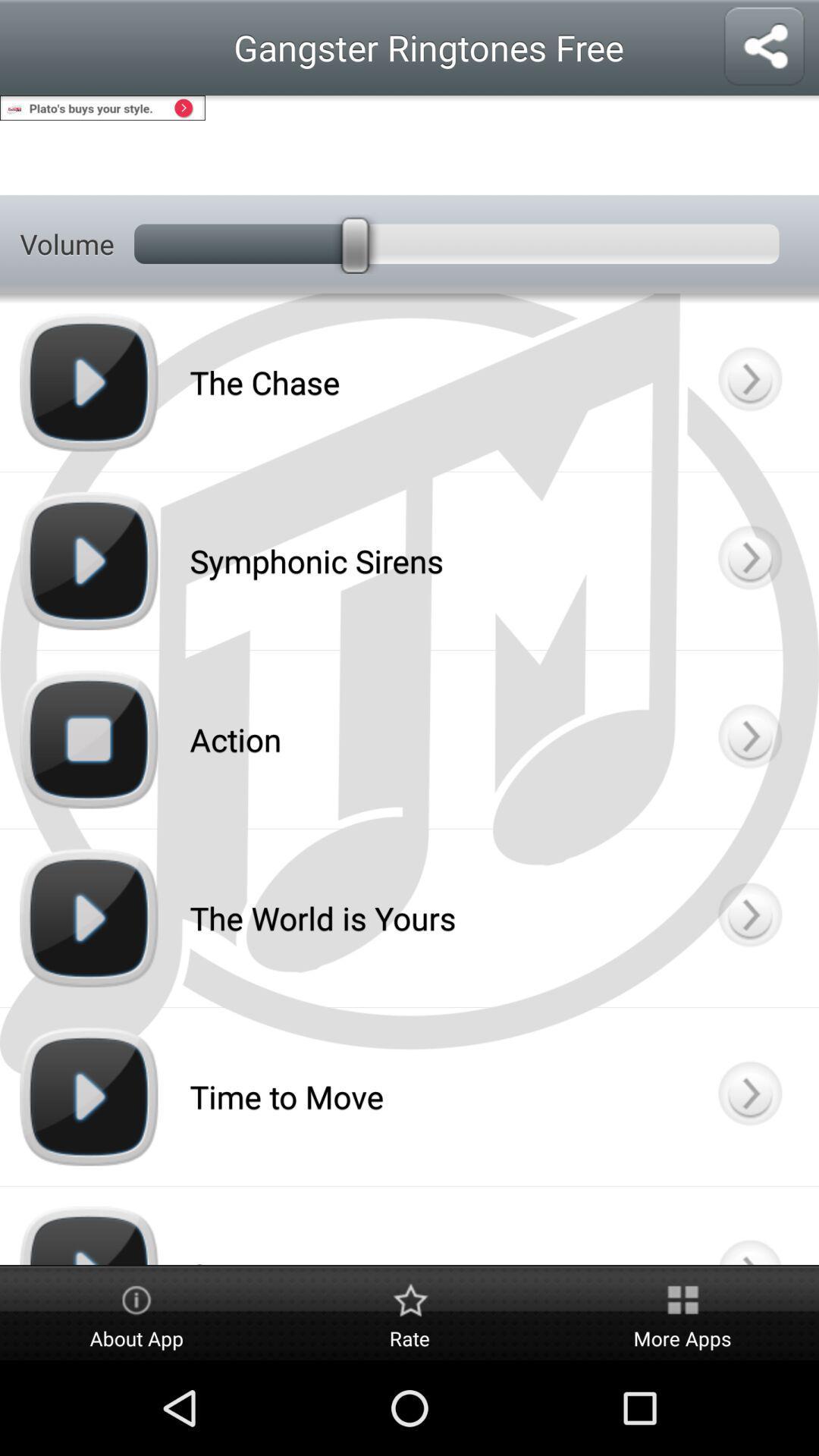 The width and height of the screenshot is (819, 1456). What do you see at coordinates (409, 145) in the screenshot?
I see `settings` at bounding box center [409, 145].